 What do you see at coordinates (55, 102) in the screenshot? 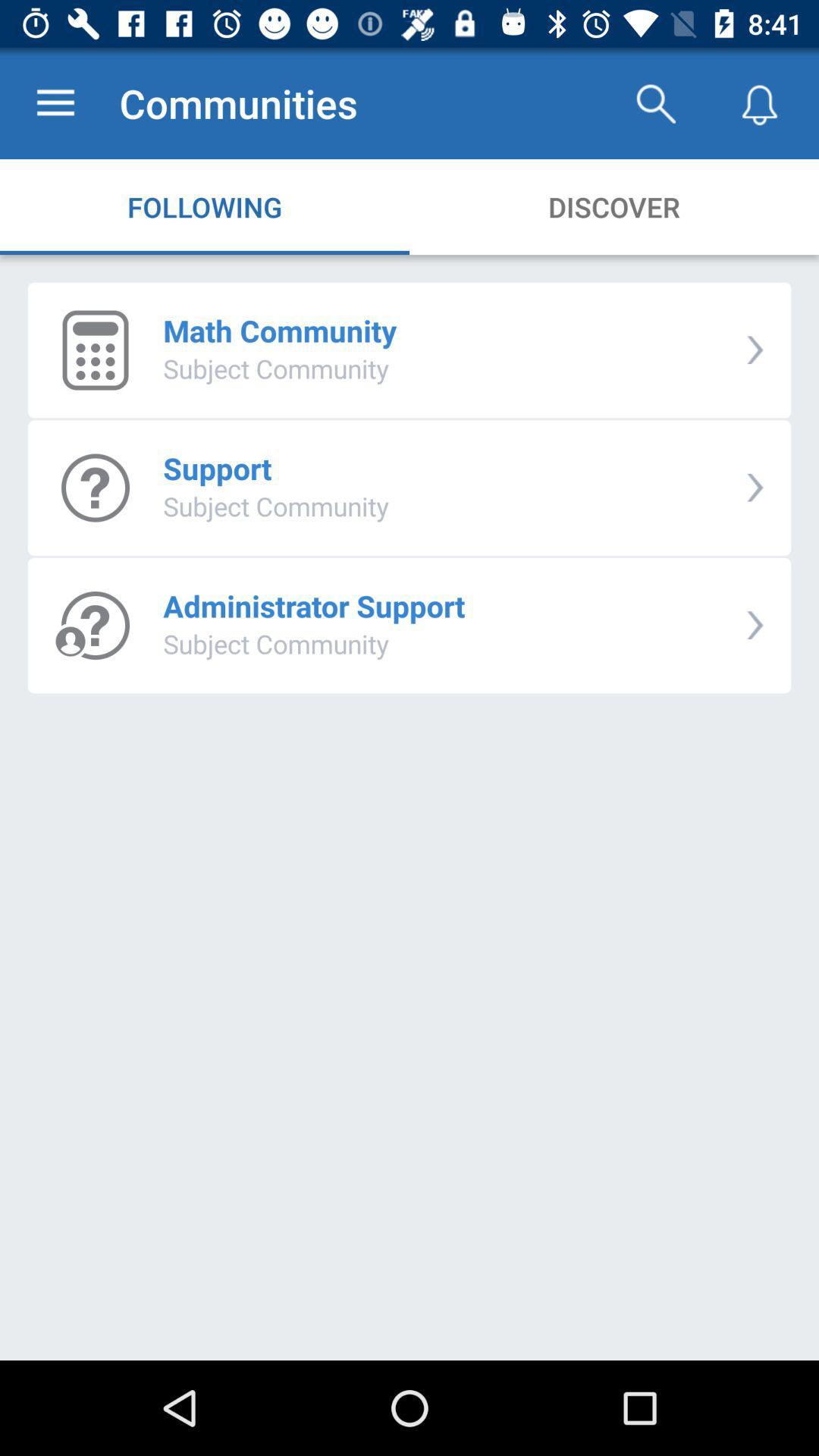
I see `app next to communities app` at bounding box center [55, 102].